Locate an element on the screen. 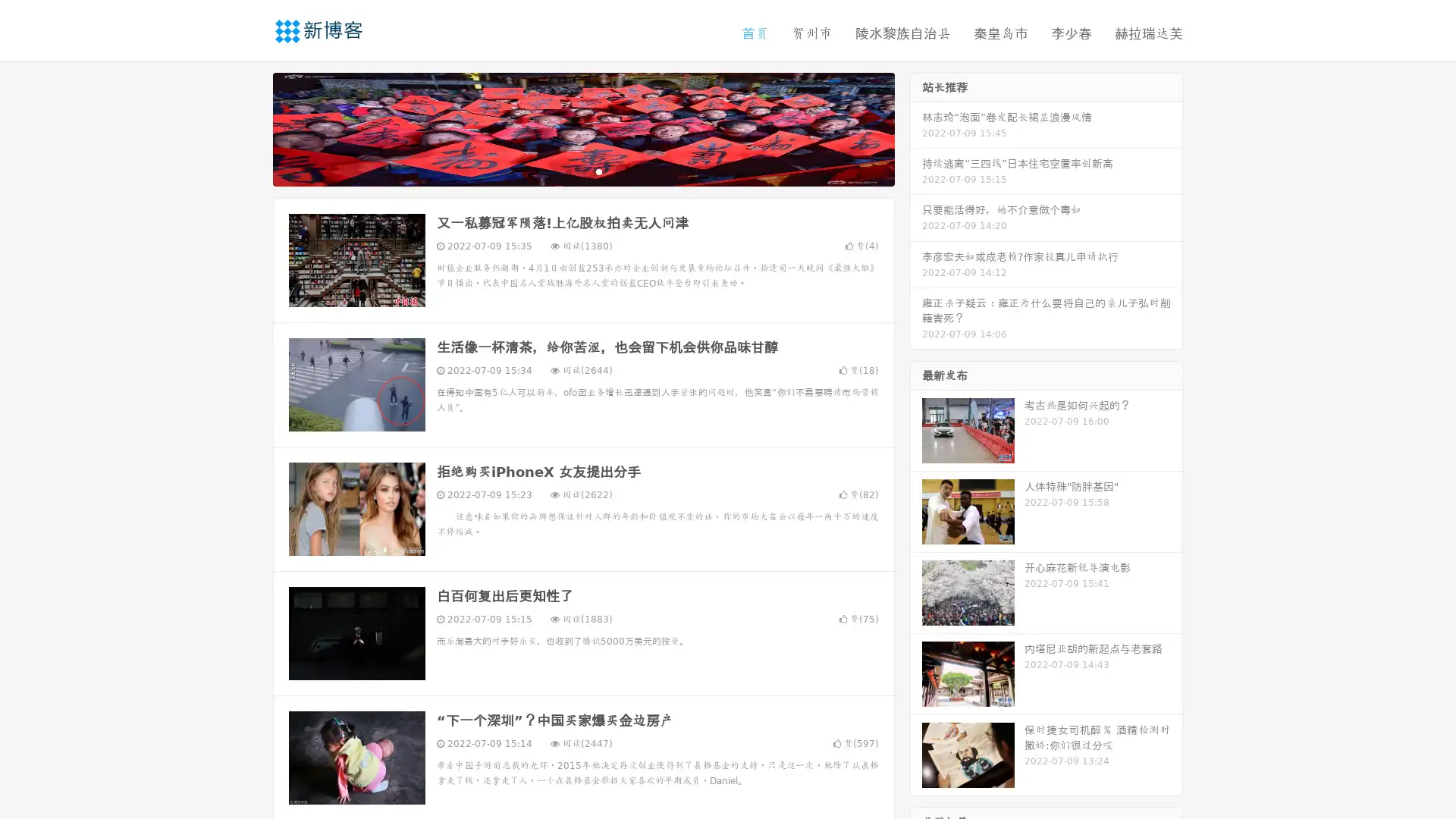 This screenshot has width=1456, height=819. Go to slide 1 is located at coordinates (567, 171).